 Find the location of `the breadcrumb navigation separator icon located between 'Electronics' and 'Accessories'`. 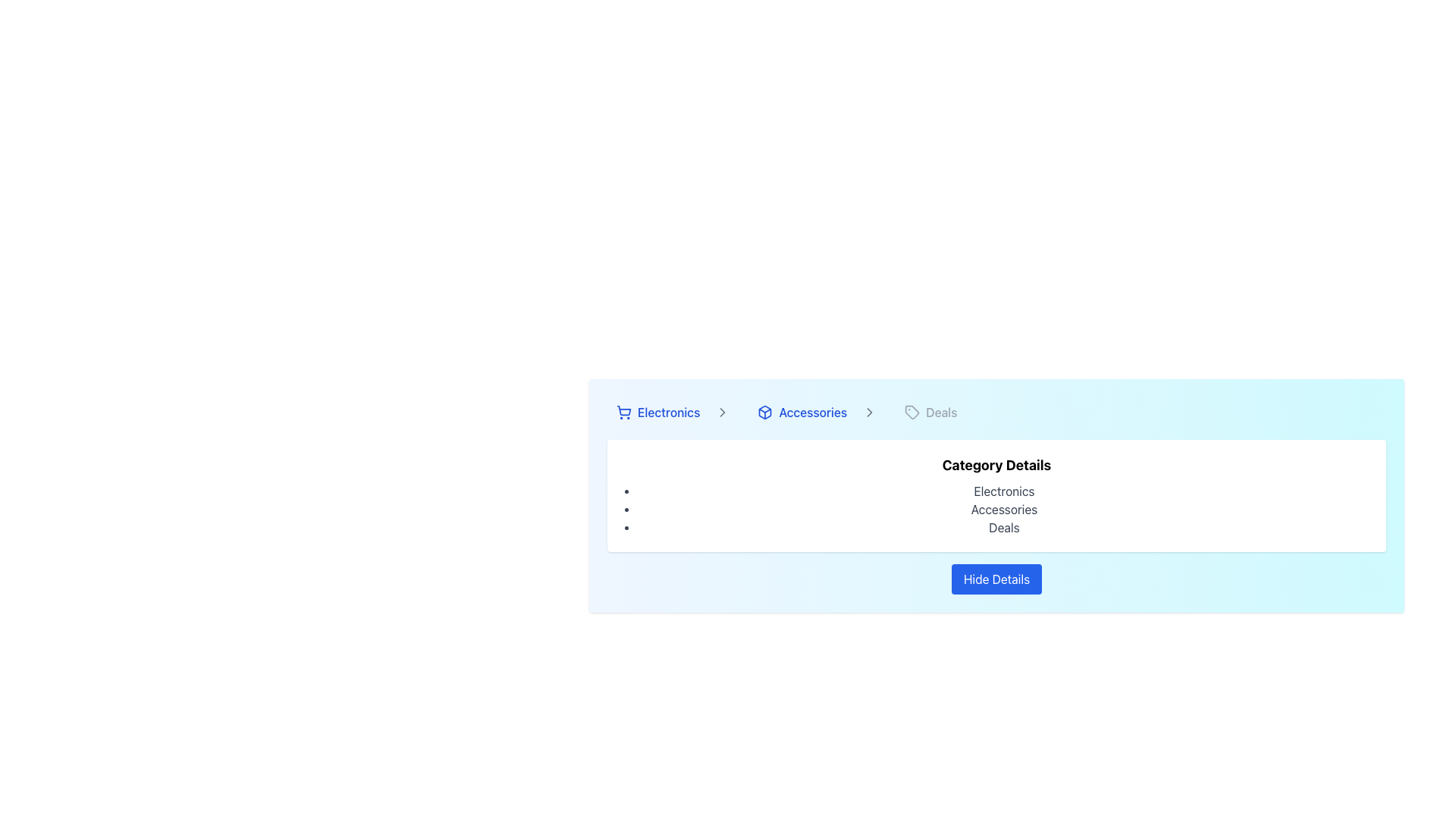

the breadcrumb navigation separator icon located between 'Electronics' and 'Accessories' is located at coordinates (722, 412).